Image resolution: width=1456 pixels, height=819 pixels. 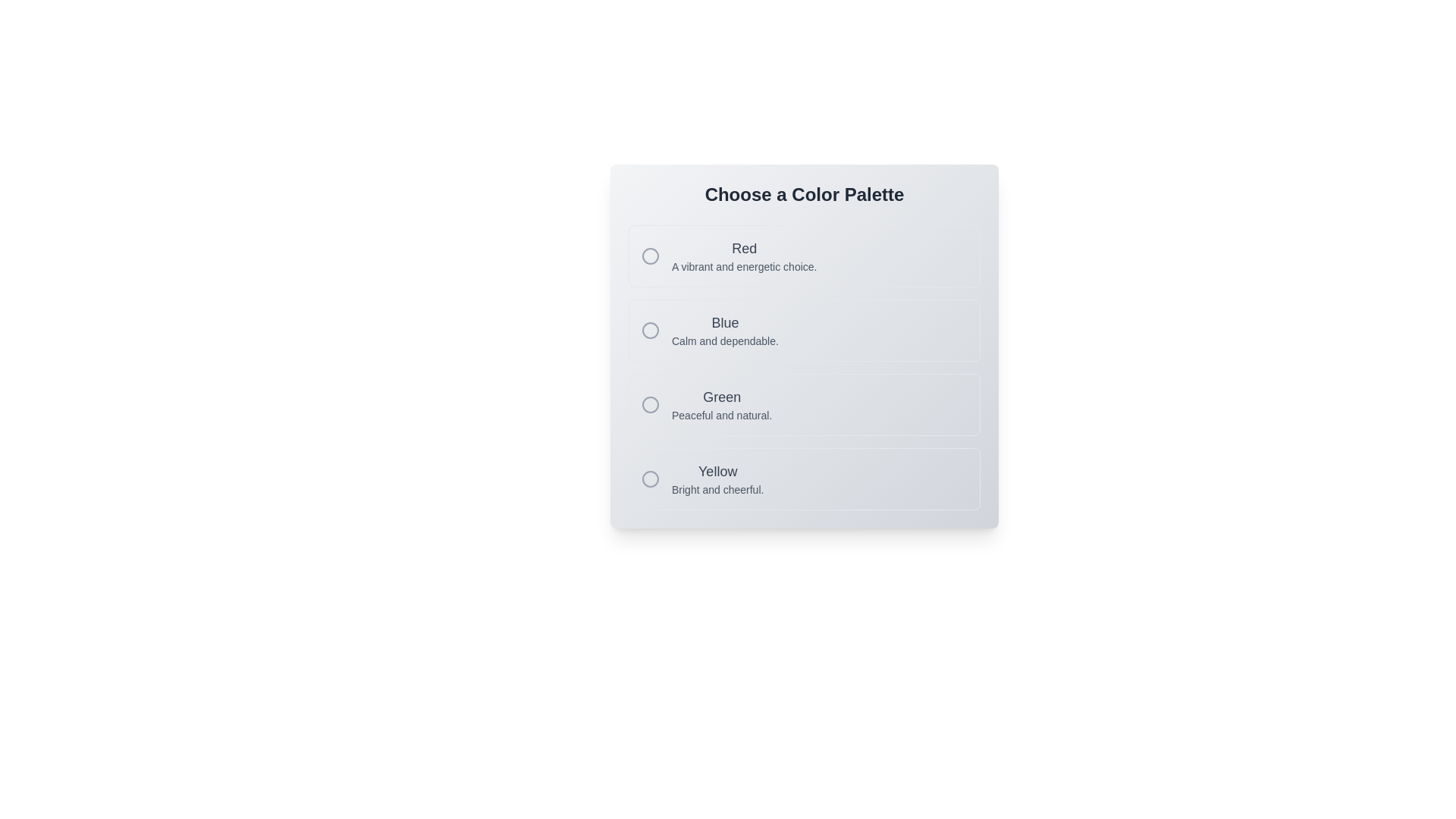 What do you see at coordinates (651, 256) in the screenshot?
I see `the radio button for the 'Red' color palette option, which is the first element in a vertical list of color choices` at bounding box center [651, 256].